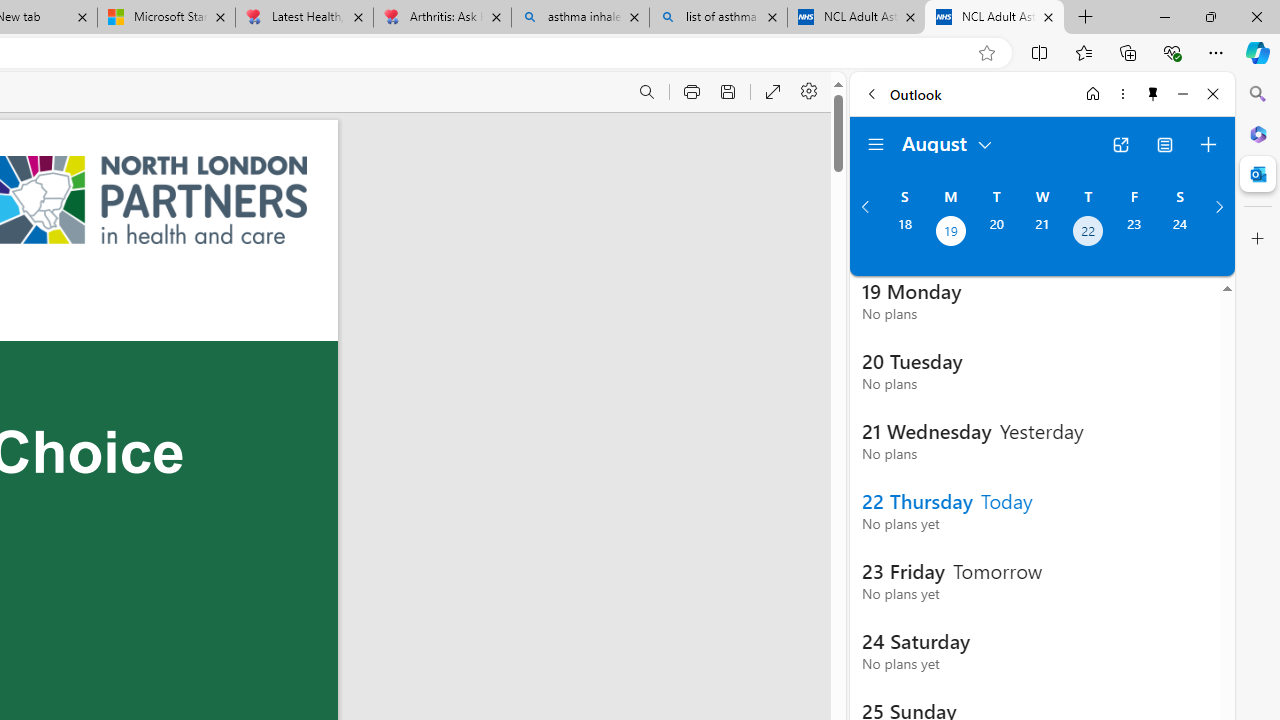 This screenshot has height=720, width=1280. I want to click on 'Microsoft Start', so click(167, 17).